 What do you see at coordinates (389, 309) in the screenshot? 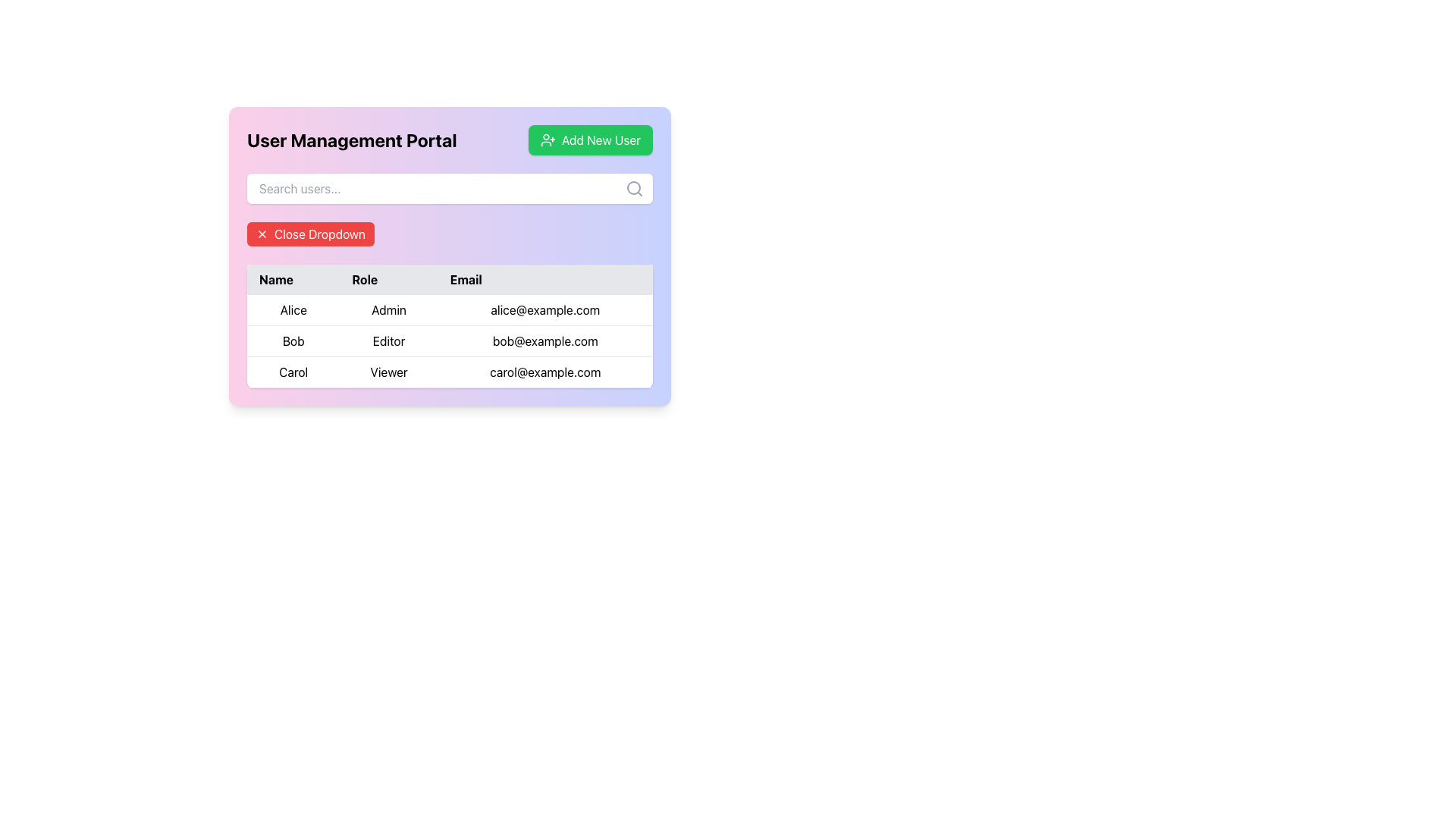
I see `text of the table cell that identifies user 'Alice' as an Admin, located in the second column labeled 'Role' in the first row` at bounding box center [389, 309].